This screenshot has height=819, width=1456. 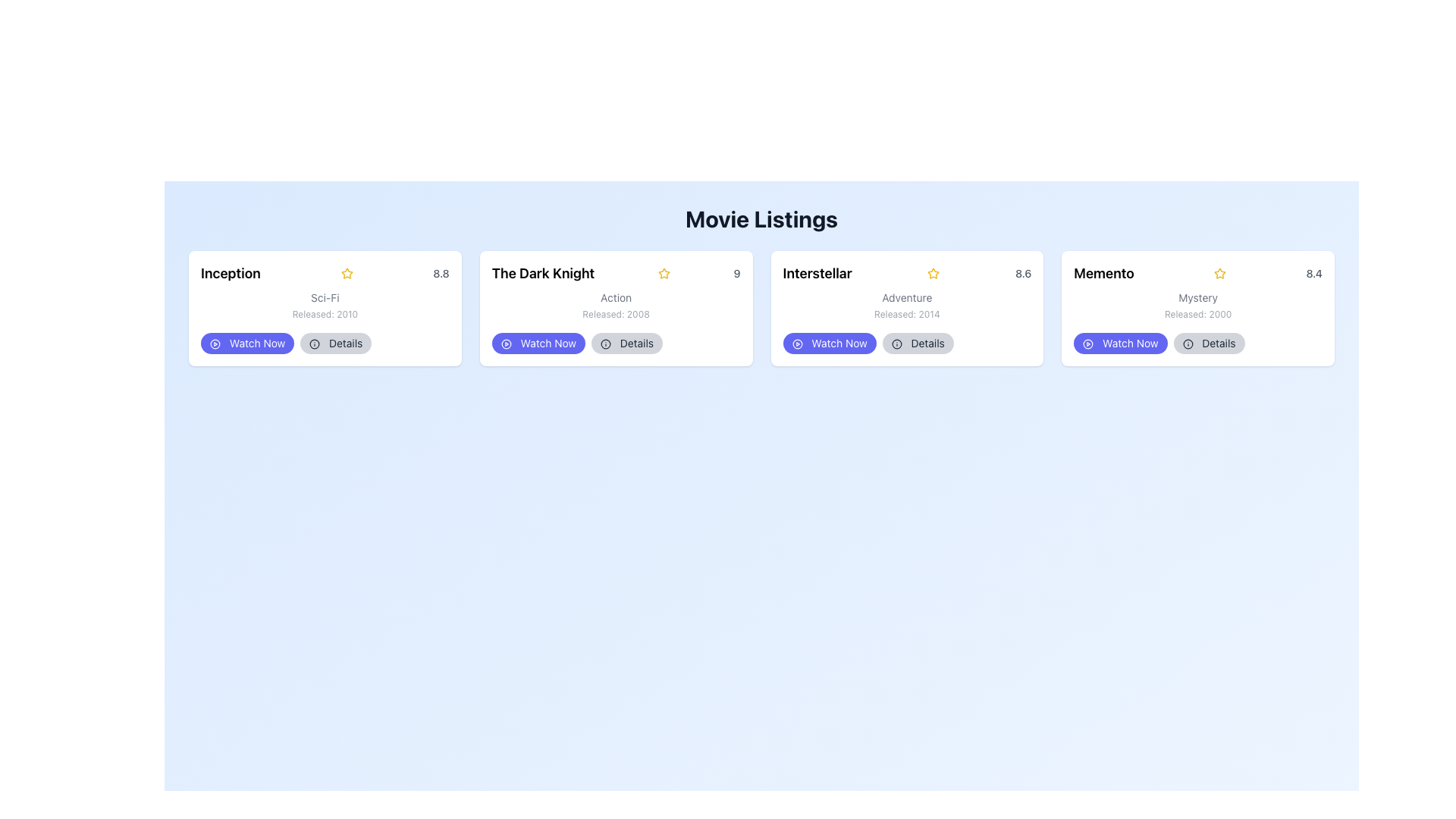 What do you see at coordinates (917, 343) in the screenshot?
I see `the button to the right of the 'Watch Now' button that leads to more detailed information about the 'Interstellar' movie` at bounding box center [917, 343].